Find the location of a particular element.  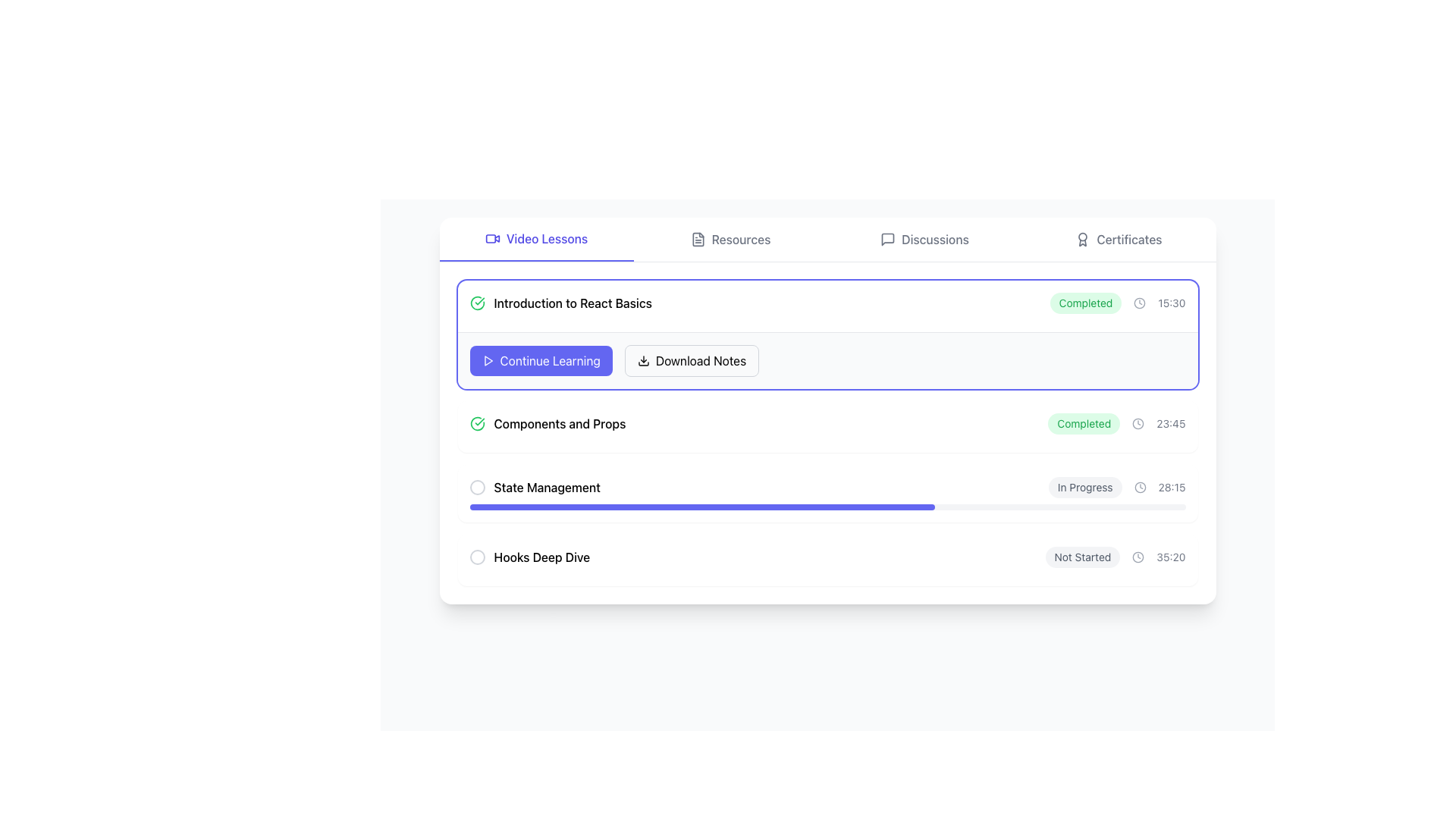

the circular element at a specified angle 172 (in degrees) from the positive x-axis is located at coordinates (1144, 561).